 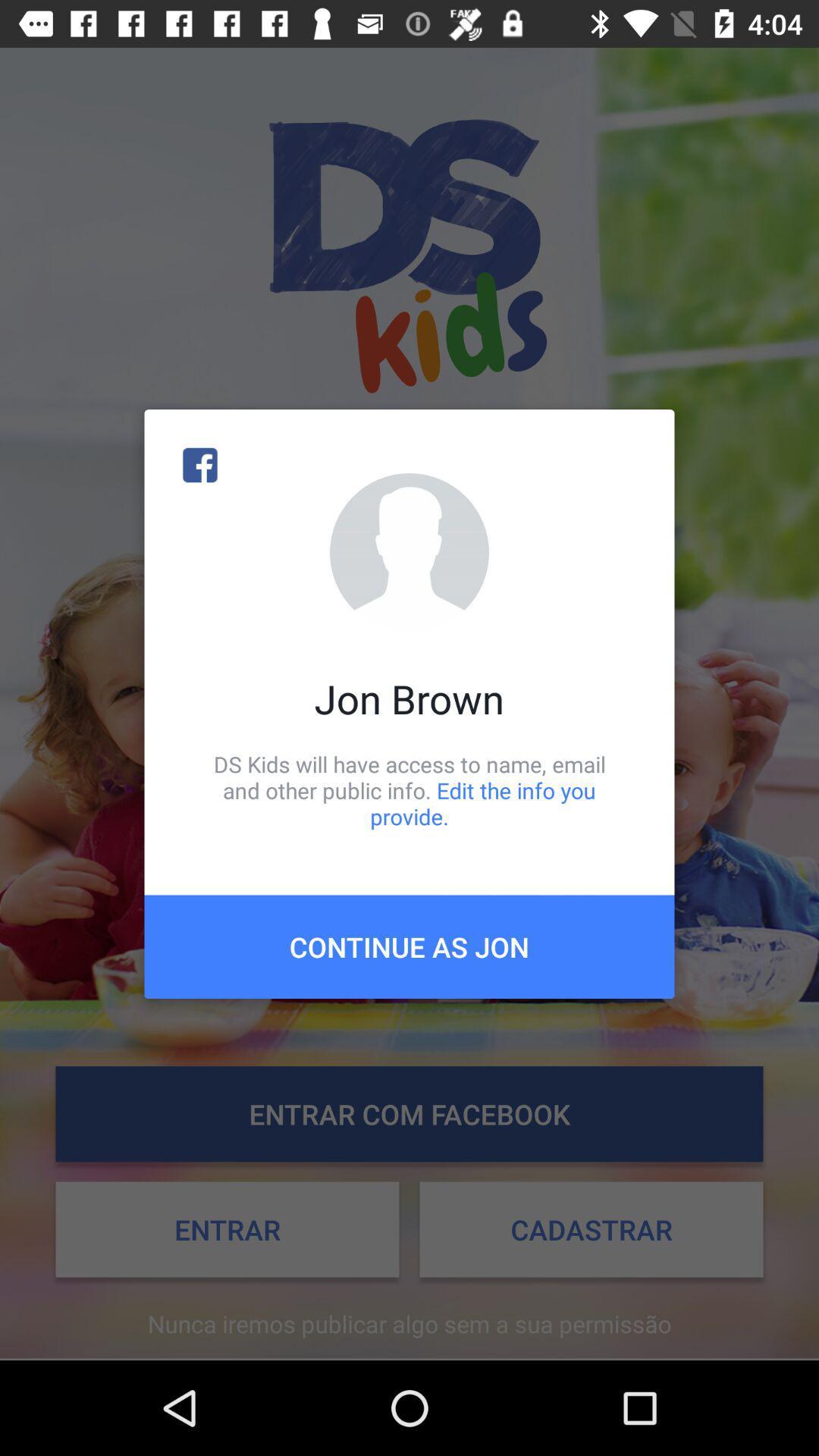 I want to click on the ds kids will icon, so click(x=409, y=789).